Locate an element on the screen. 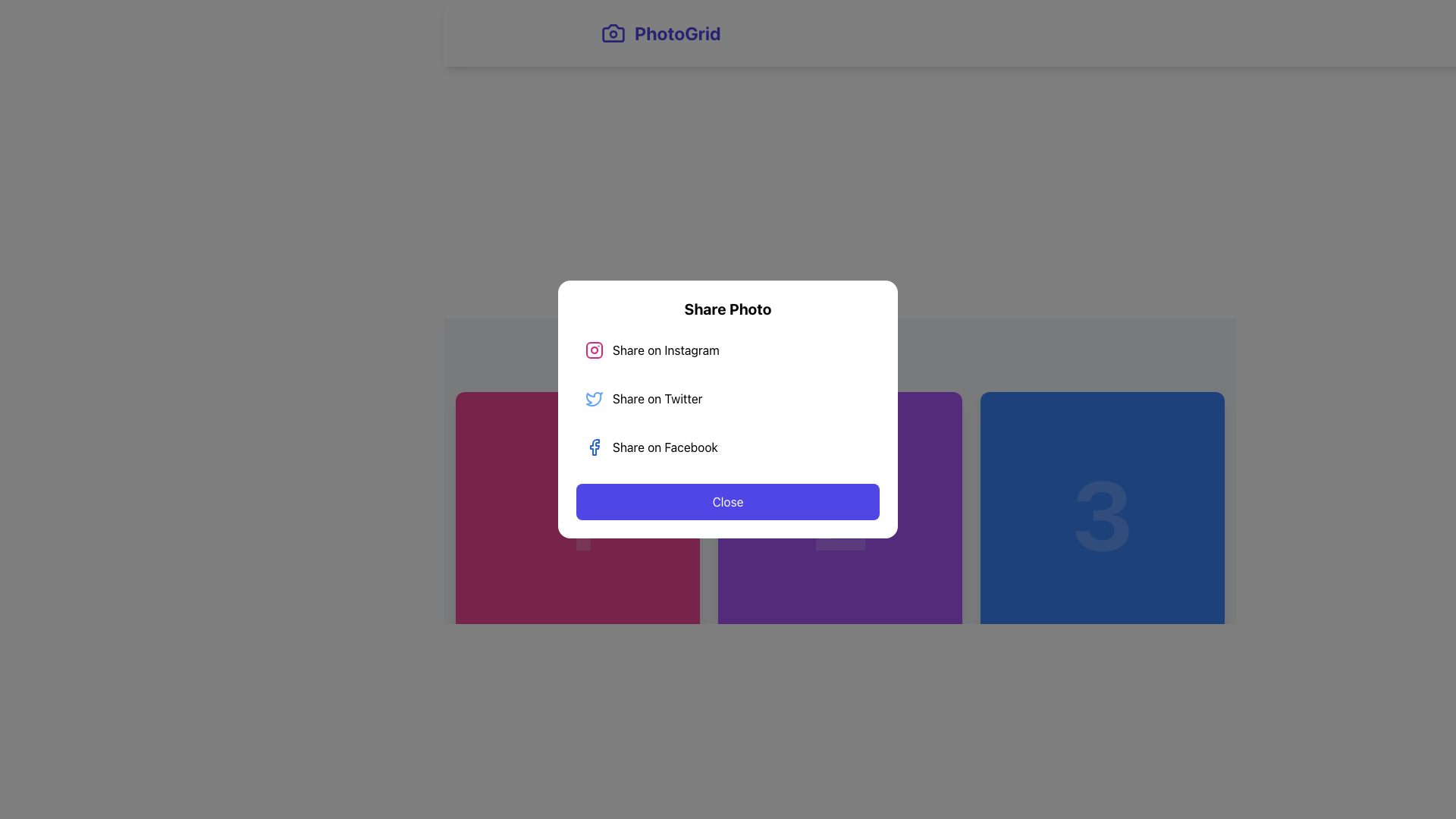 This screenshot has width=1456, height=819. text label that identifies the Twitter sharing option, located to the right of the blue Twitter icon within the 'Share Photo' modal is located at coordinates (657, 397).